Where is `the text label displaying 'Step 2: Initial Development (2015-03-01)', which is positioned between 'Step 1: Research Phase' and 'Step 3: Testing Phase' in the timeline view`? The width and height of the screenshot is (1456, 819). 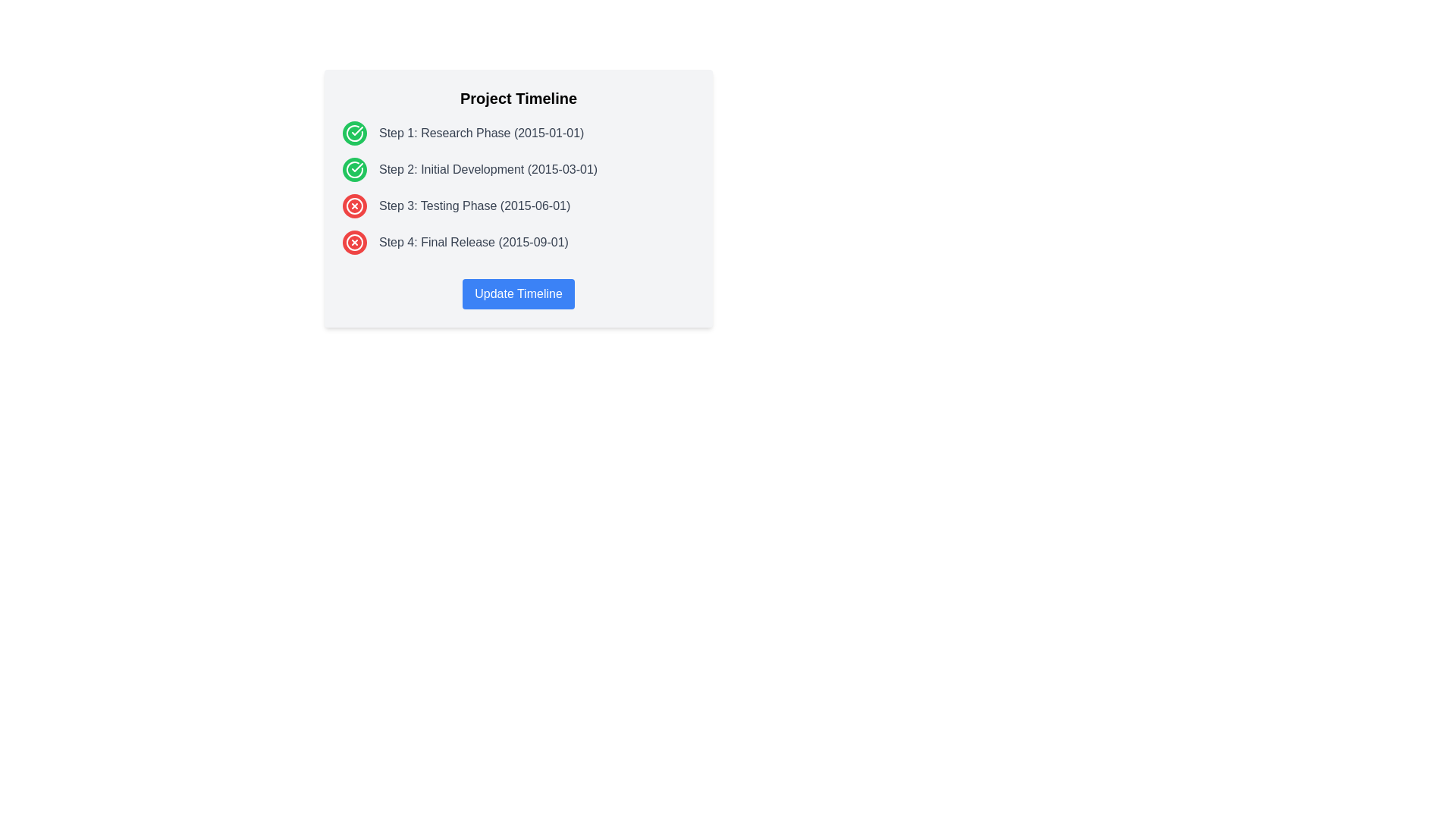
the text label displaying 'Step 2: Initial Development (2015-03-01)', which is positioned between 'Step 1: Research Phase' and 'Step 3: Testing Phase' in the timeline view is located at coordinates (488, 169).